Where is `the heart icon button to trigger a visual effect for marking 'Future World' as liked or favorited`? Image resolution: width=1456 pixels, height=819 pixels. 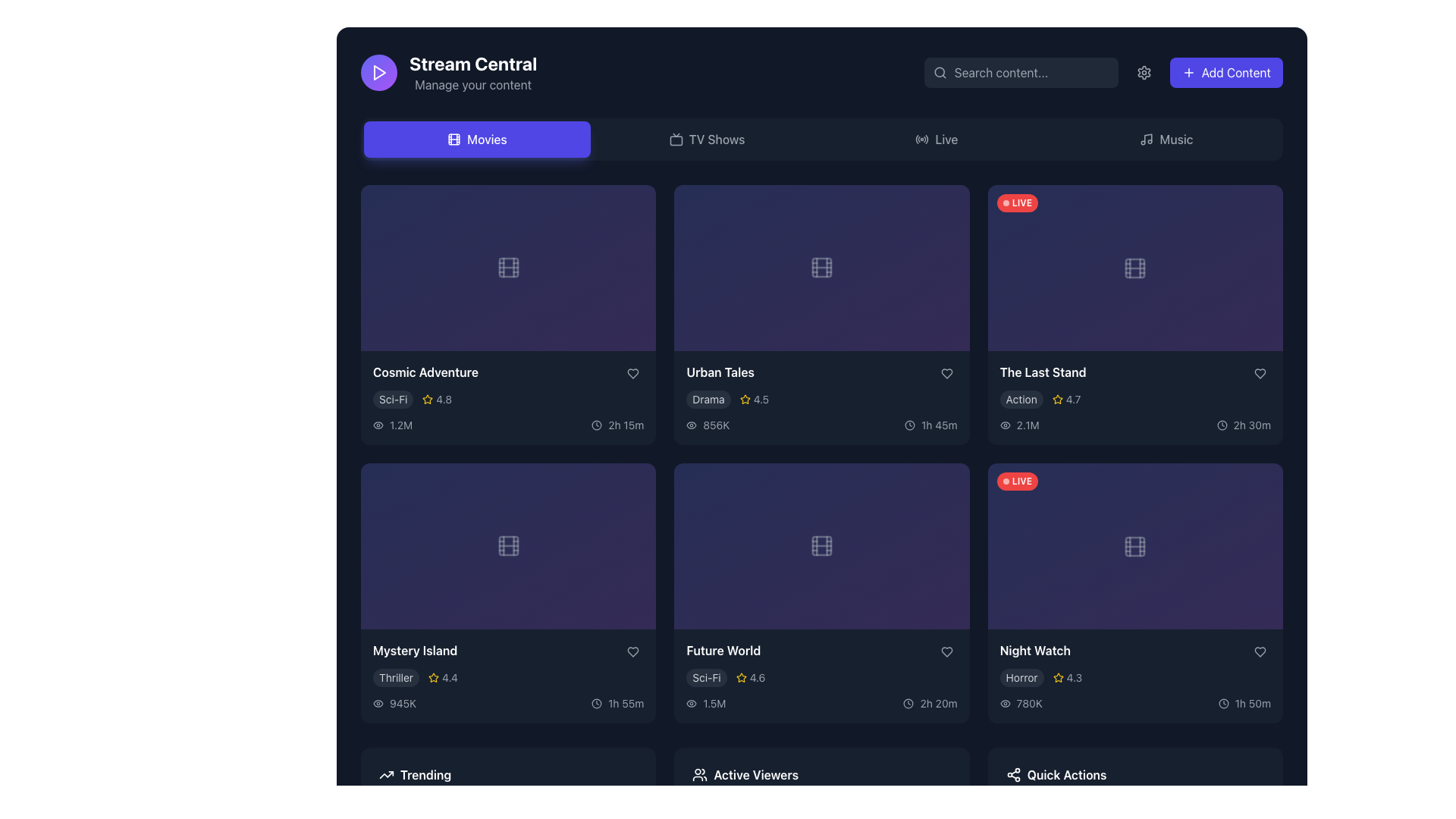 the heart icon button to trigger a visual effect for marking 'Future World' as liked or favorited is located at coordinates (946, 651).